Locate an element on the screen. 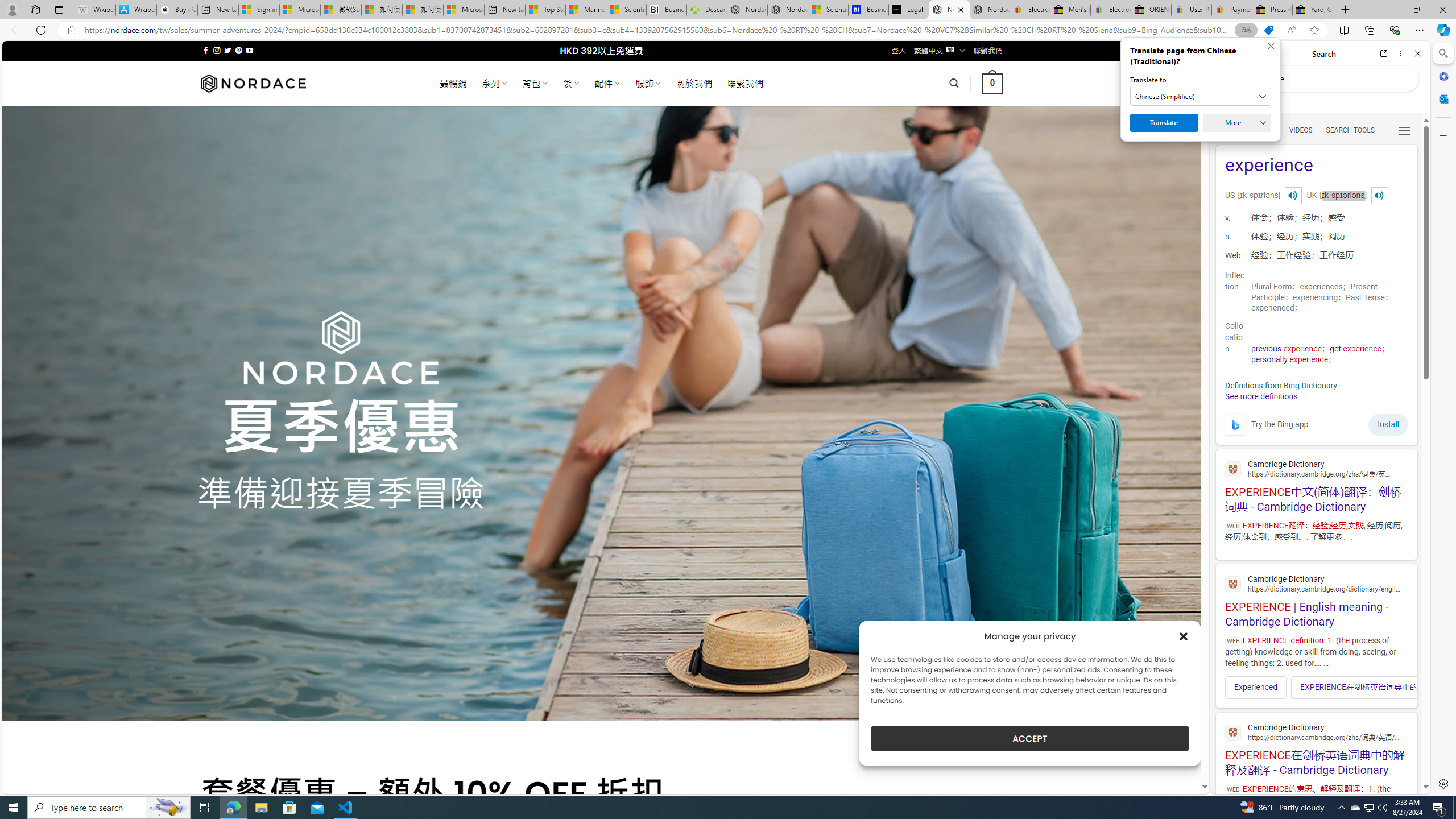 This screenshot has width=1456, height=819. 'Follow on YouTube' is located at coordinates (250, 50).